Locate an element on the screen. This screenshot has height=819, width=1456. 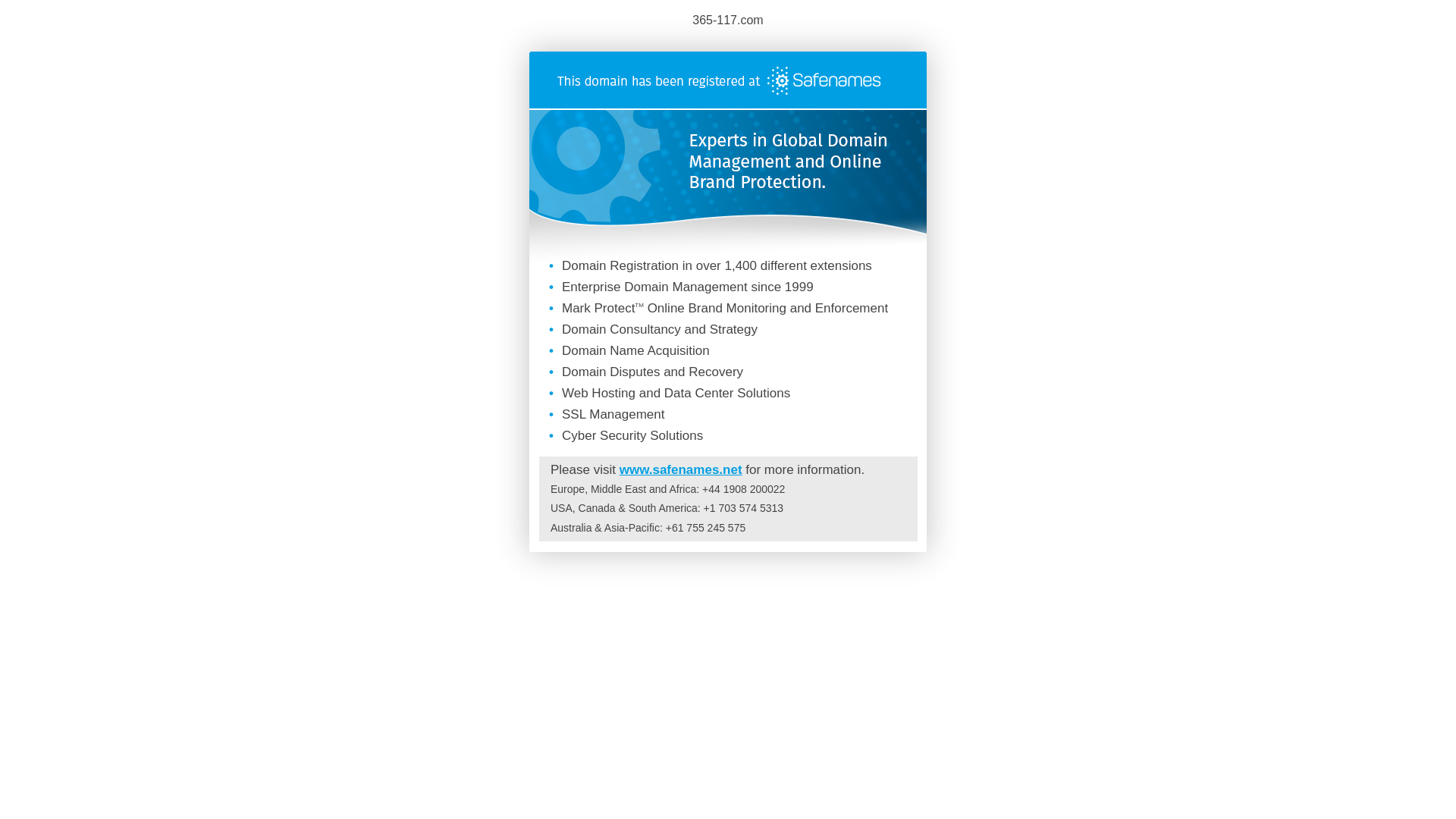
'www.safenames.net' is located at coordinates (679, 469).